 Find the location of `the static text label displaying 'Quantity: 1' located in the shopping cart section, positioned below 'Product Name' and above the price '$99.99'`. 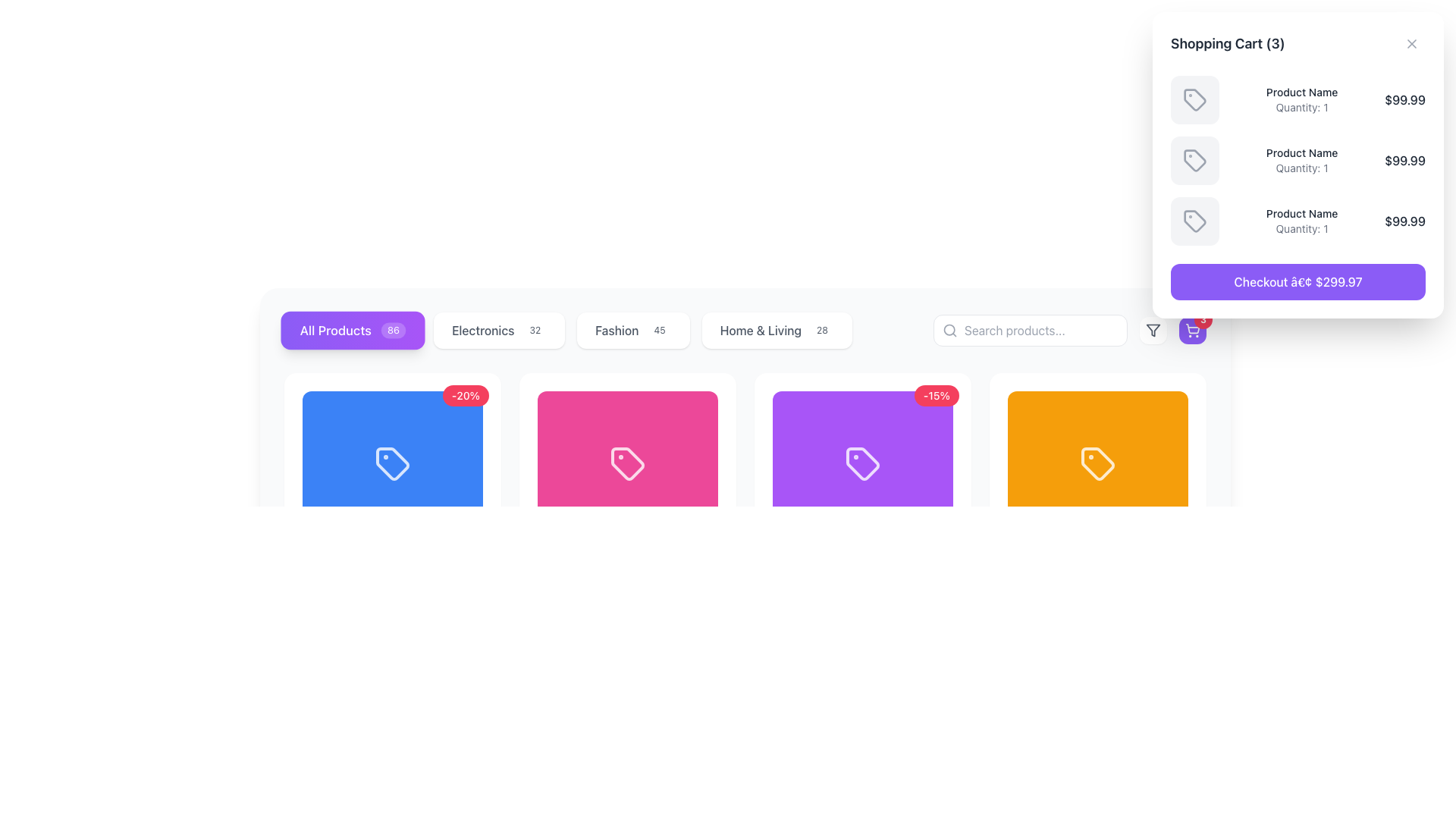

the static text label displaying 'Quantity: 1' located in the shopping cart section, positioned below 'Product Name' and above the price '$99.99' is located at coordinates (1301, 228).